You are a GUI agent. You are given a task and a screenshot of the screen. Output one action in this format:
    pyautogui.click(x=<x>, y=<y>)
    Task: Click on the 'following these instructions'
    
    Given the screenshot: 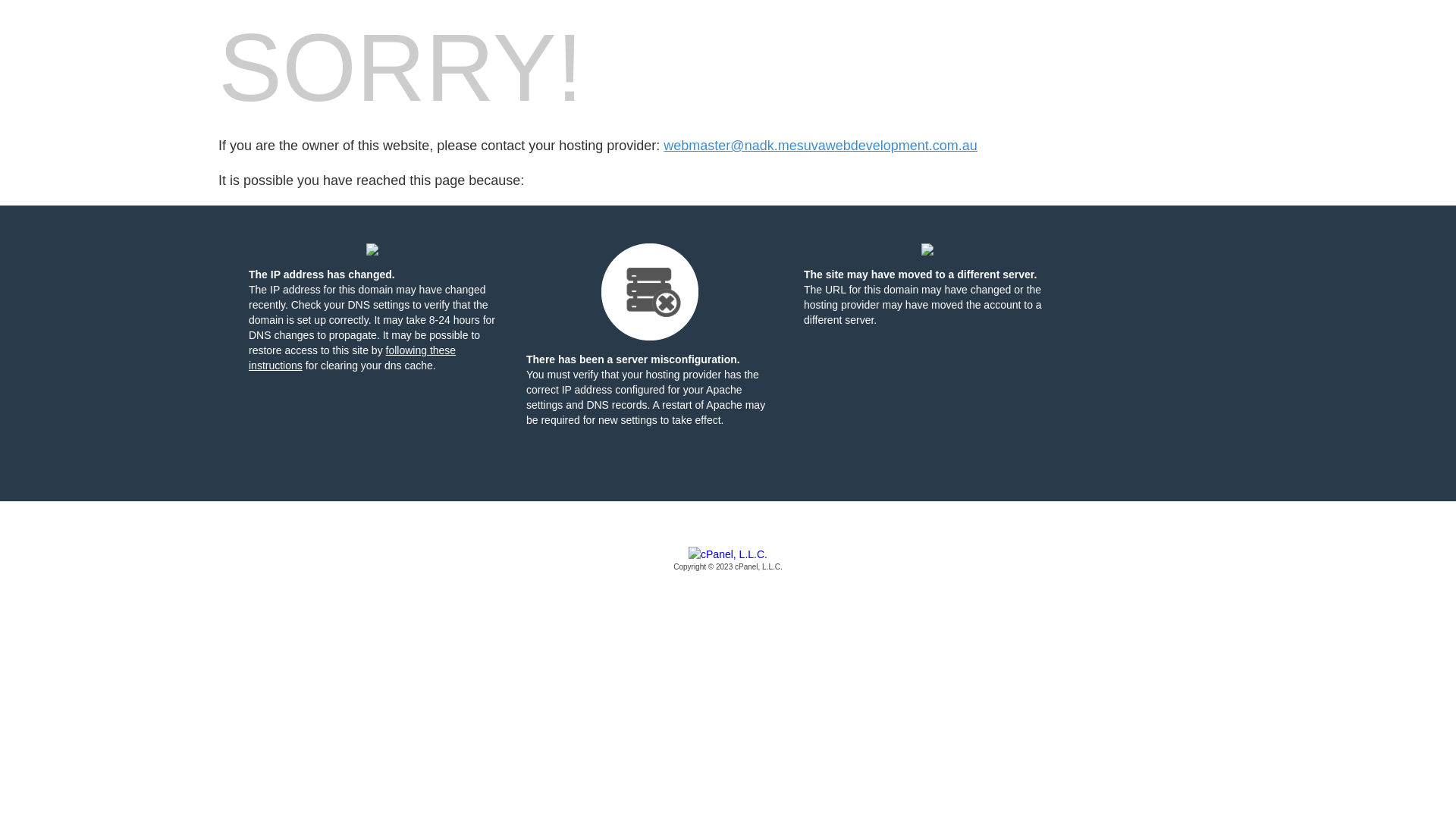 What is the action you would take?
    pyautogui.click(x=351, y=357)
    